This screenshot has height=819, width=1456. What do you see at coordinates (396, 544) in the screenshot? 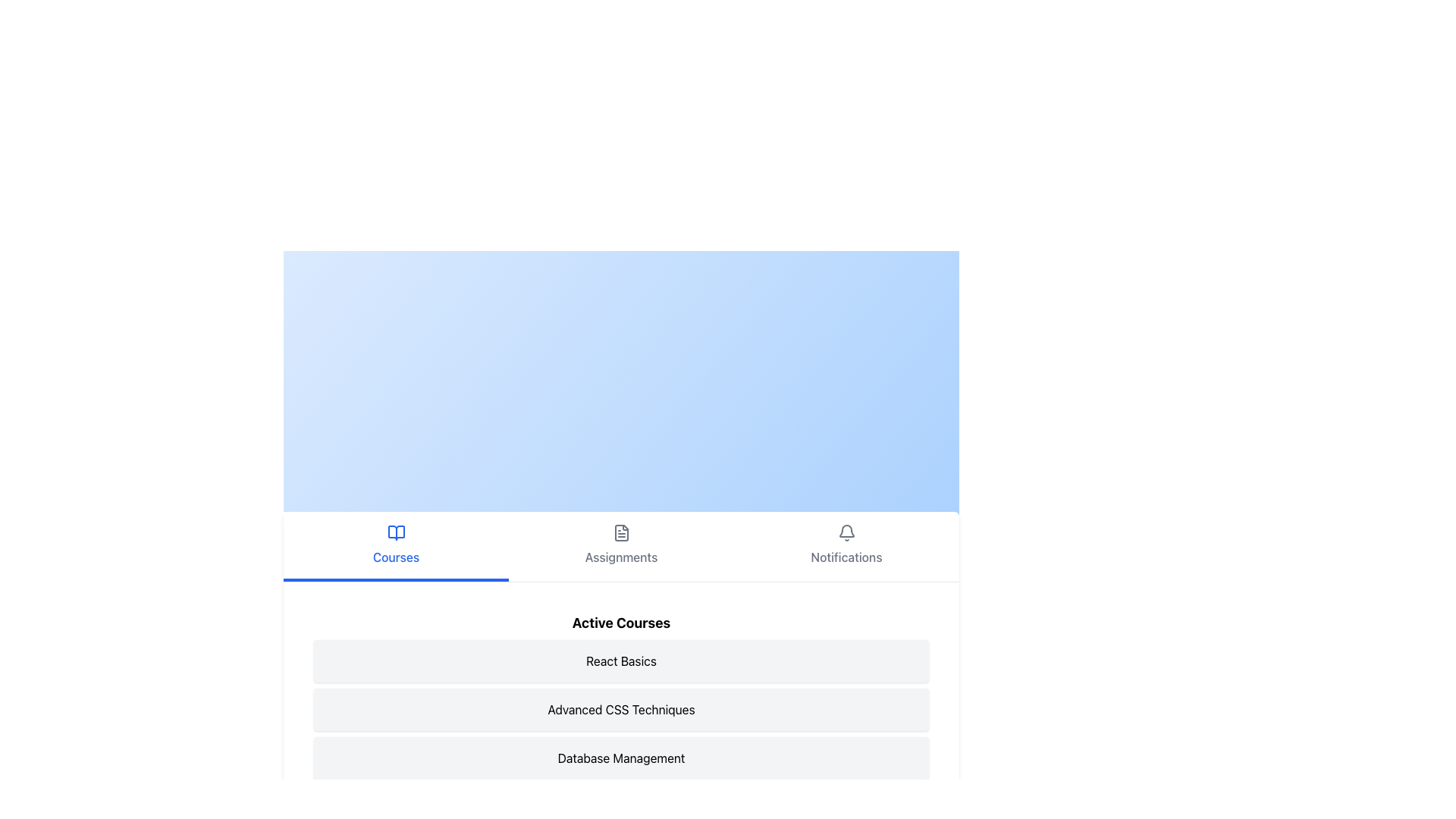
I see `the 'Courses' navigation tab located at the center of the navigation bar at the bottom of the upper section of the page` at bounding box center [396, 544].